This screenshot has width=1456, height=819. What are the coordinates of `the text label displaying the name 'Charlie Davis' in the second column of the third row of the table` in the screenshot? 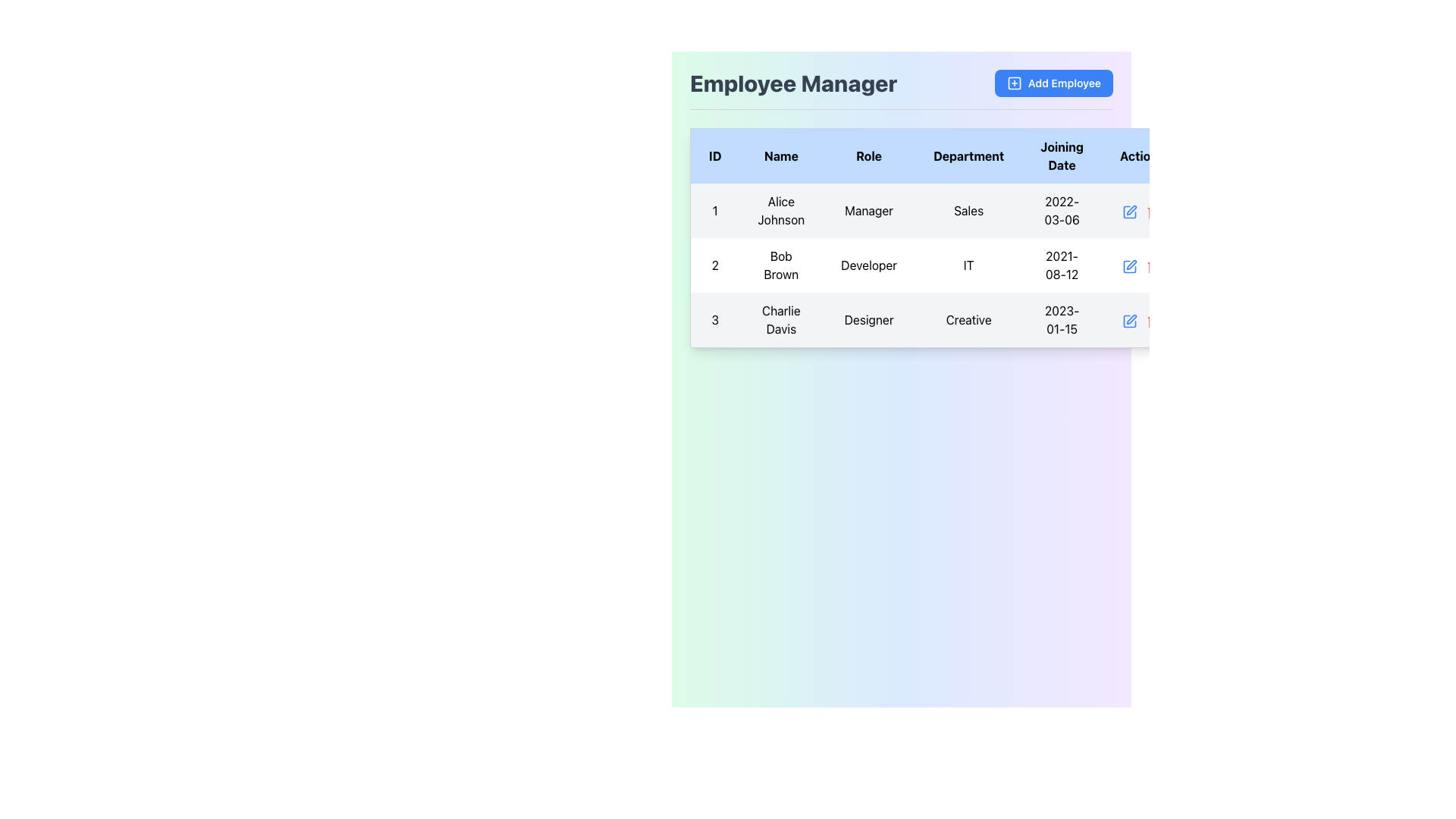 It's located at (781, 319).